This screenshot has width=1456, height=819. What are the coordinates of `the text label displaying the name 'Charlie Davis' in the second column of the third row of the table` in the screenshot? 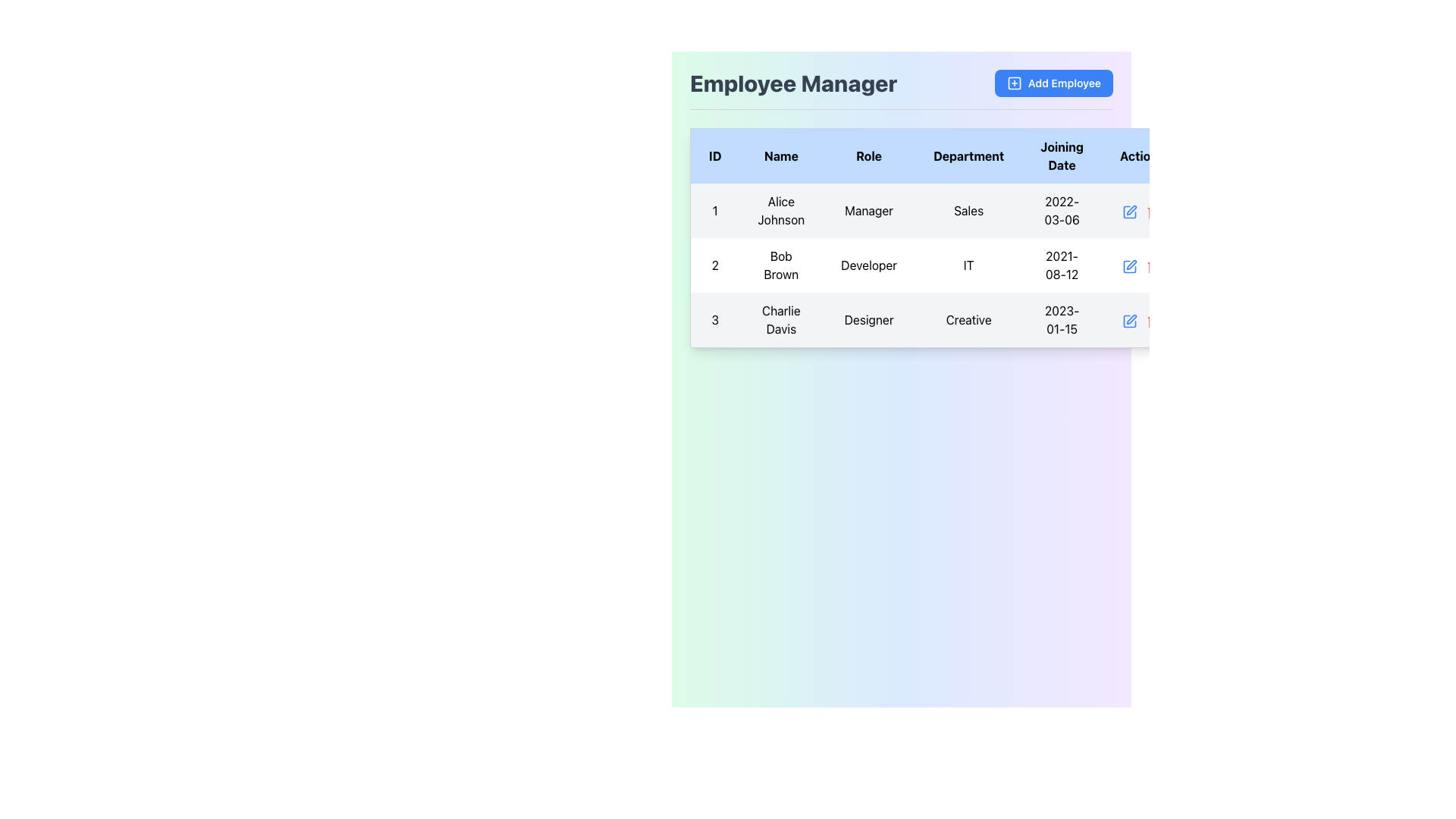 It's located at (781, 319).